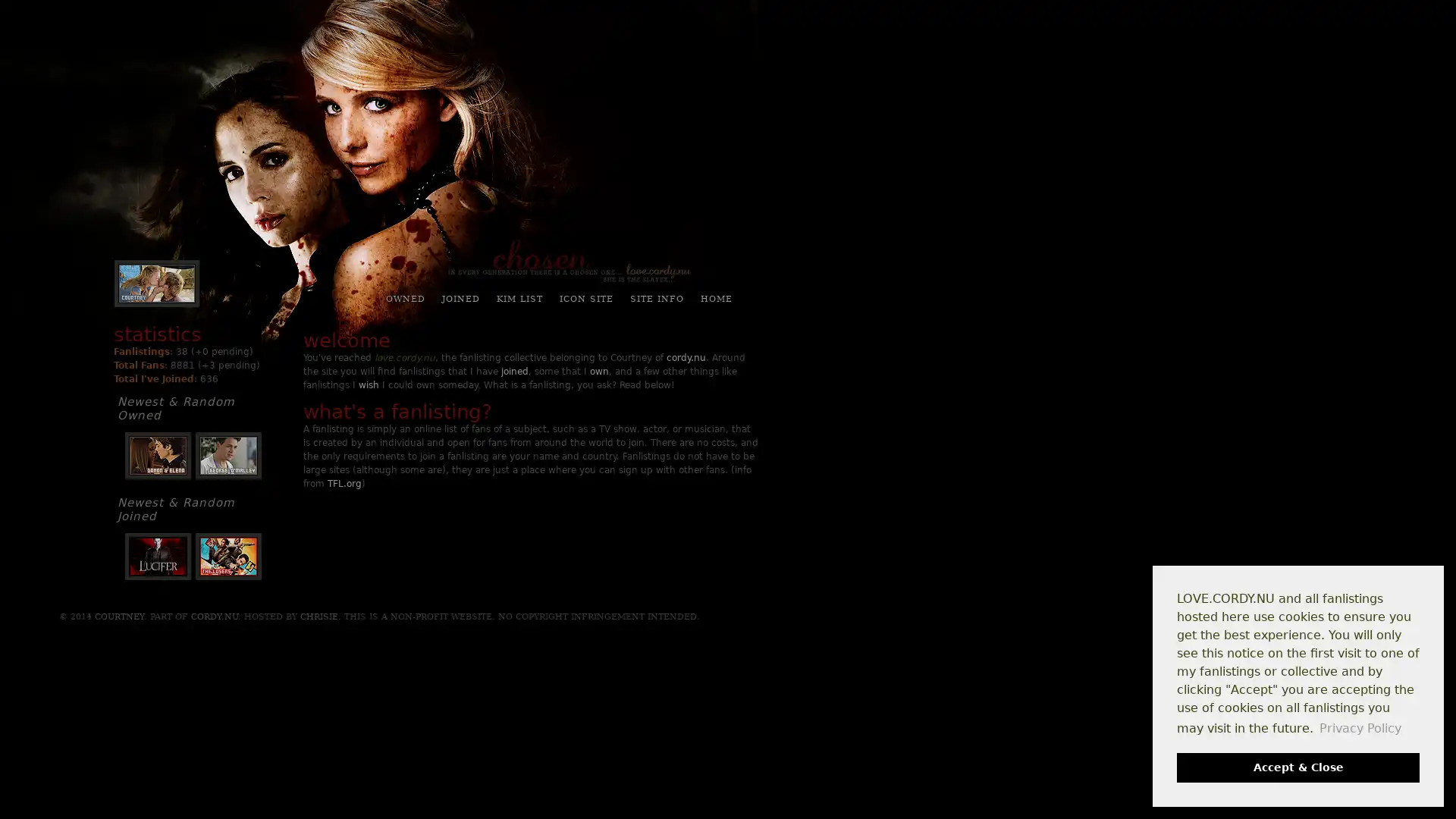 The width and height of the screenshot is (1456, 819). Describe the element at coordinates (1298, 767) in the screenshot. I see `dismiss cookie message` at that location.